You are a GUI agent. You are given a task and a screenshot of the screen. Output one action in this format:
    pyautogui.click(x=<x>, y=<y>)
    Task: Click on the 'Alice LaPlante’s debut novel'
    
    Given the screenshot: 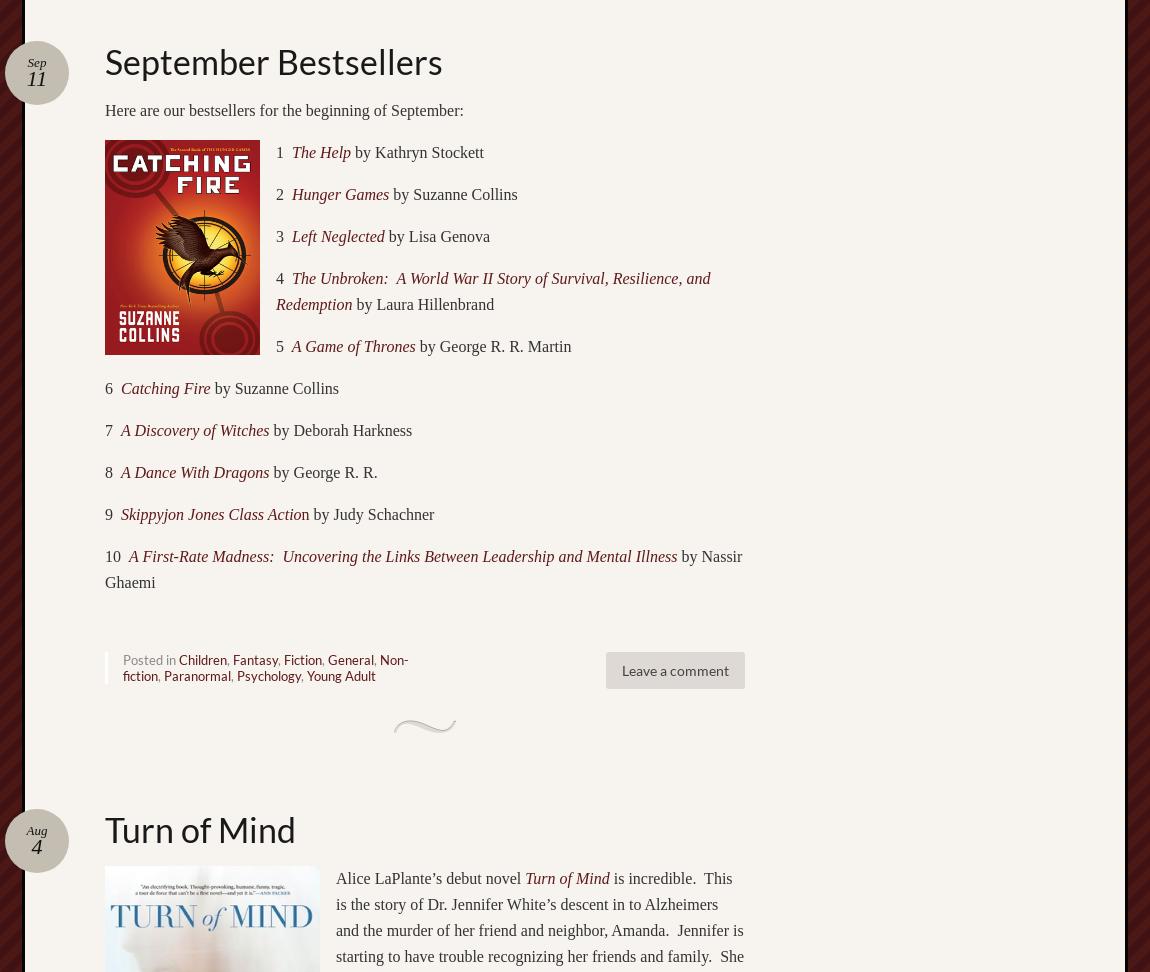 What is the action you would take?
    pyautogui.click(x=430, y=877)
    